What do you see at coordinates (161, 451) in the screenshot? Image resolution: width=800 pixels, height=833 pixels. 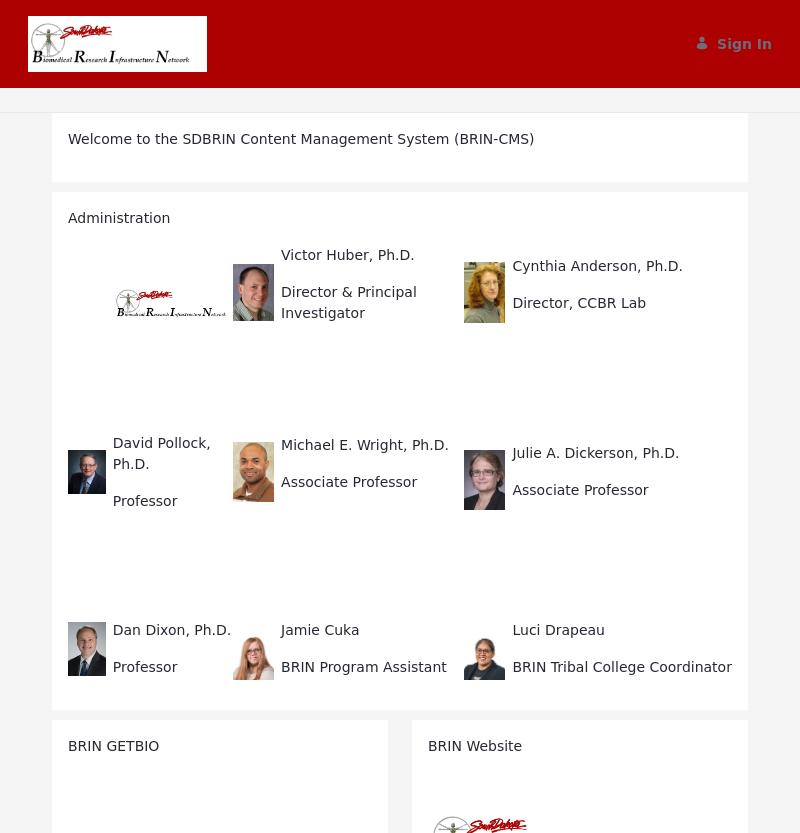 I see `'David Pollock, Ph.D.'` at bounding box center [161, 451].